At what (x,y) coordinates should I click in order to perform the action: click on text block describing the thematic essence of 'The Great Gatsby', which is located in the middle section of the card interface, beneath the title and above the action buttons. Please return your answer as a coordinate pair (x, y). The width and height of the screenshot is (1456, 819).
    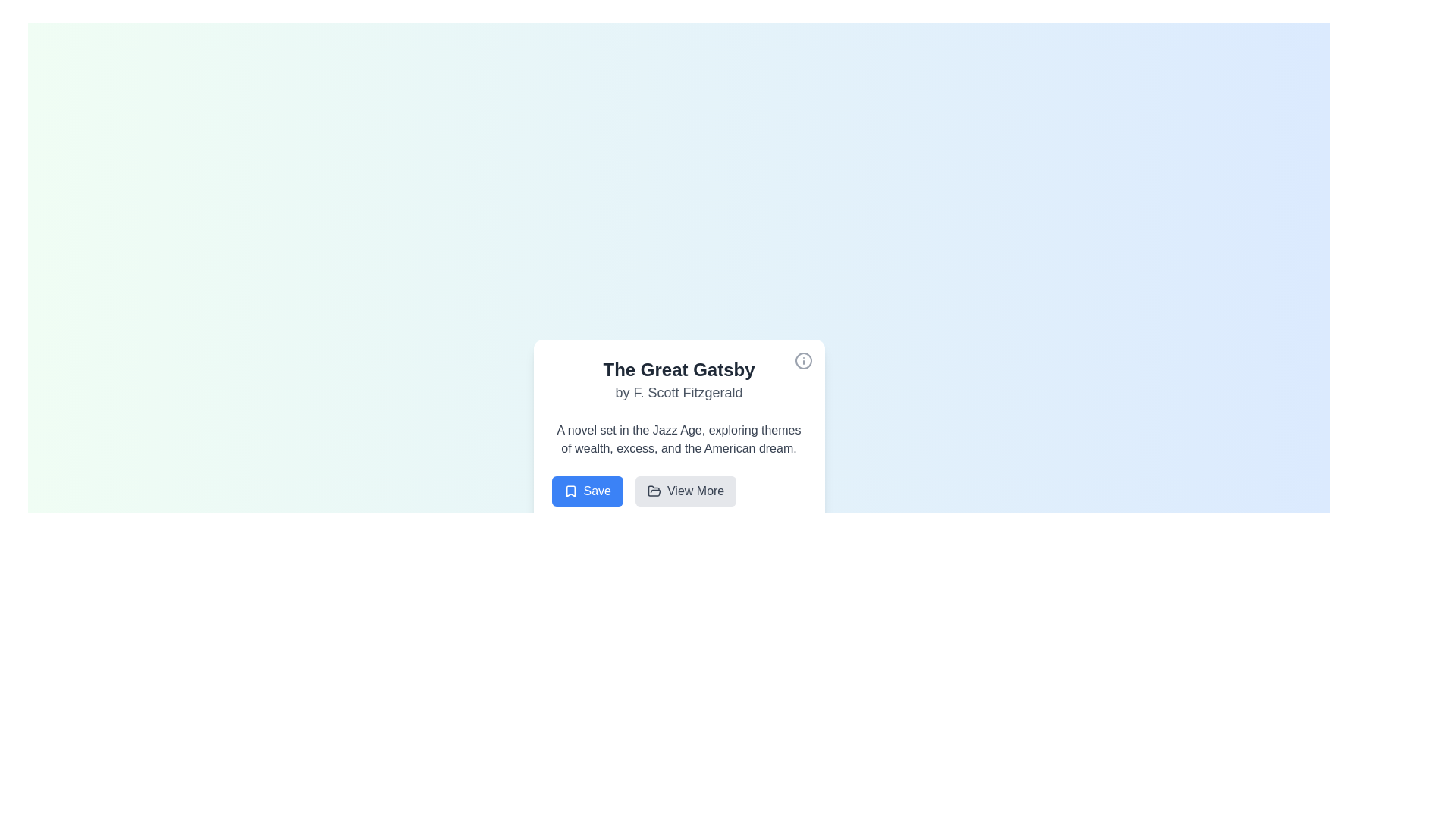
    Looking at the image, I should click on (678, 439).